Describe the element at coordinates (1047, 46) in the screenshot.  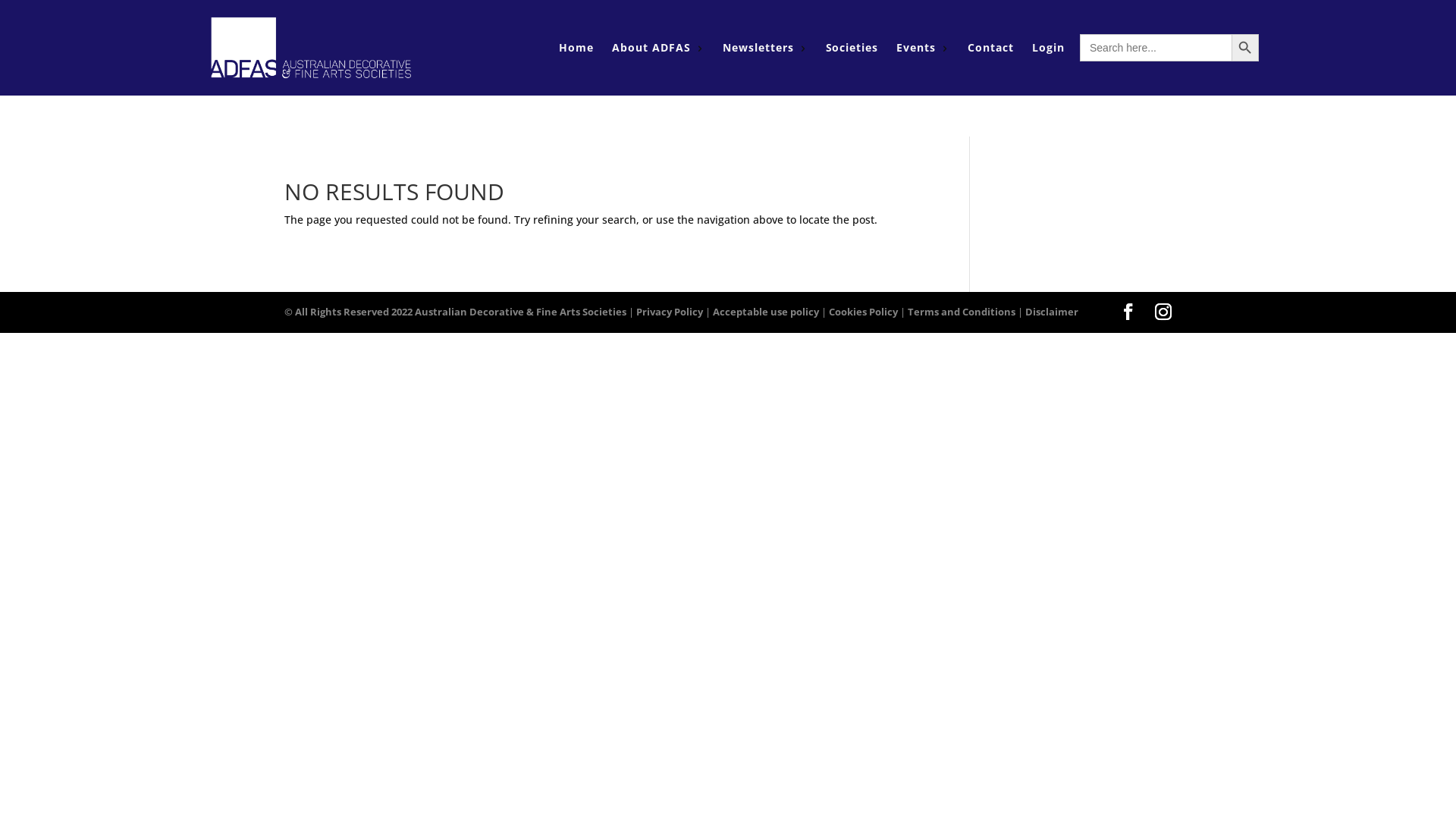
I see `'Login'` at that location.